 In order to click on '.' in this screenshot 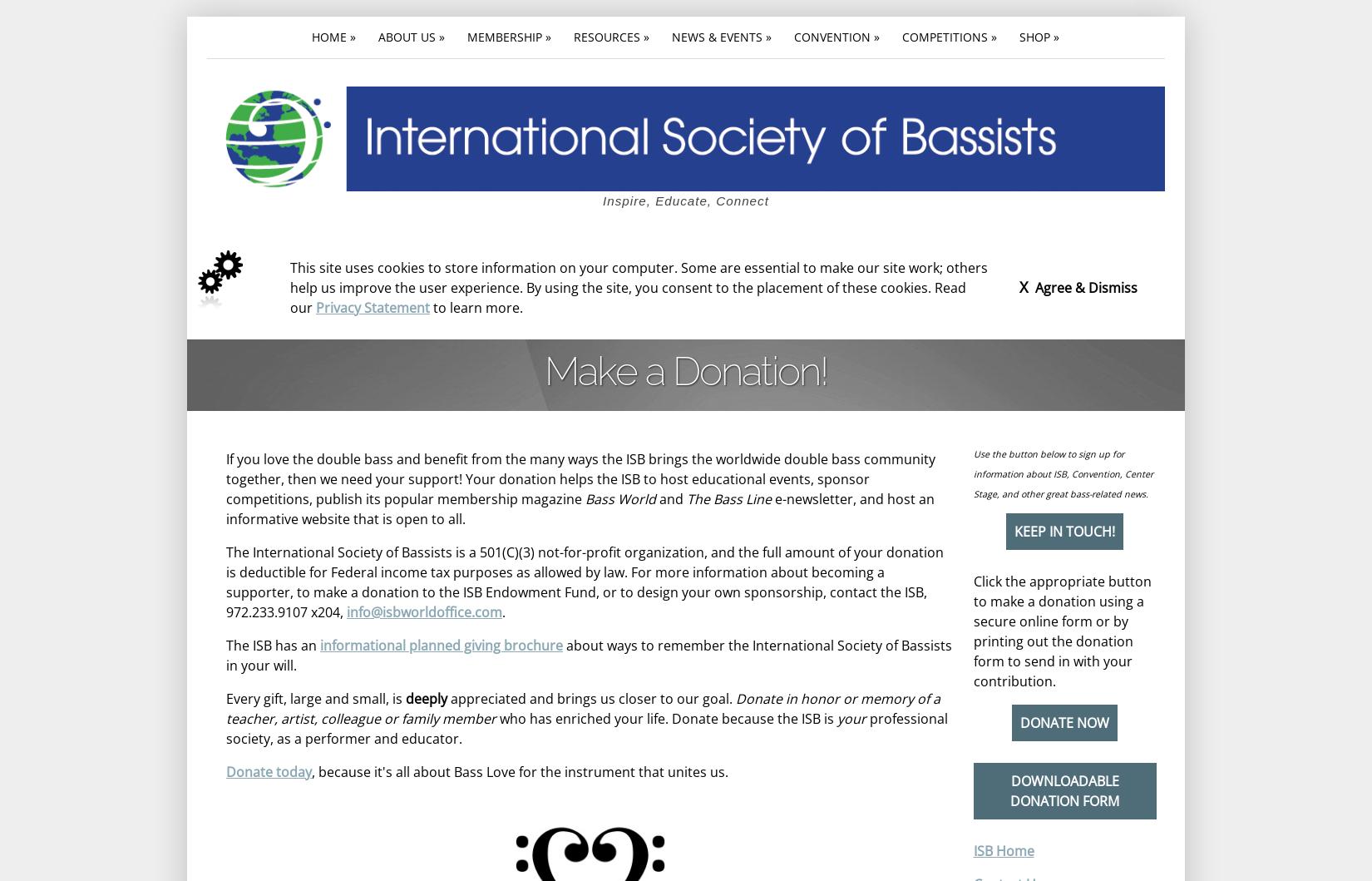, I will do `click(503, 611)`.